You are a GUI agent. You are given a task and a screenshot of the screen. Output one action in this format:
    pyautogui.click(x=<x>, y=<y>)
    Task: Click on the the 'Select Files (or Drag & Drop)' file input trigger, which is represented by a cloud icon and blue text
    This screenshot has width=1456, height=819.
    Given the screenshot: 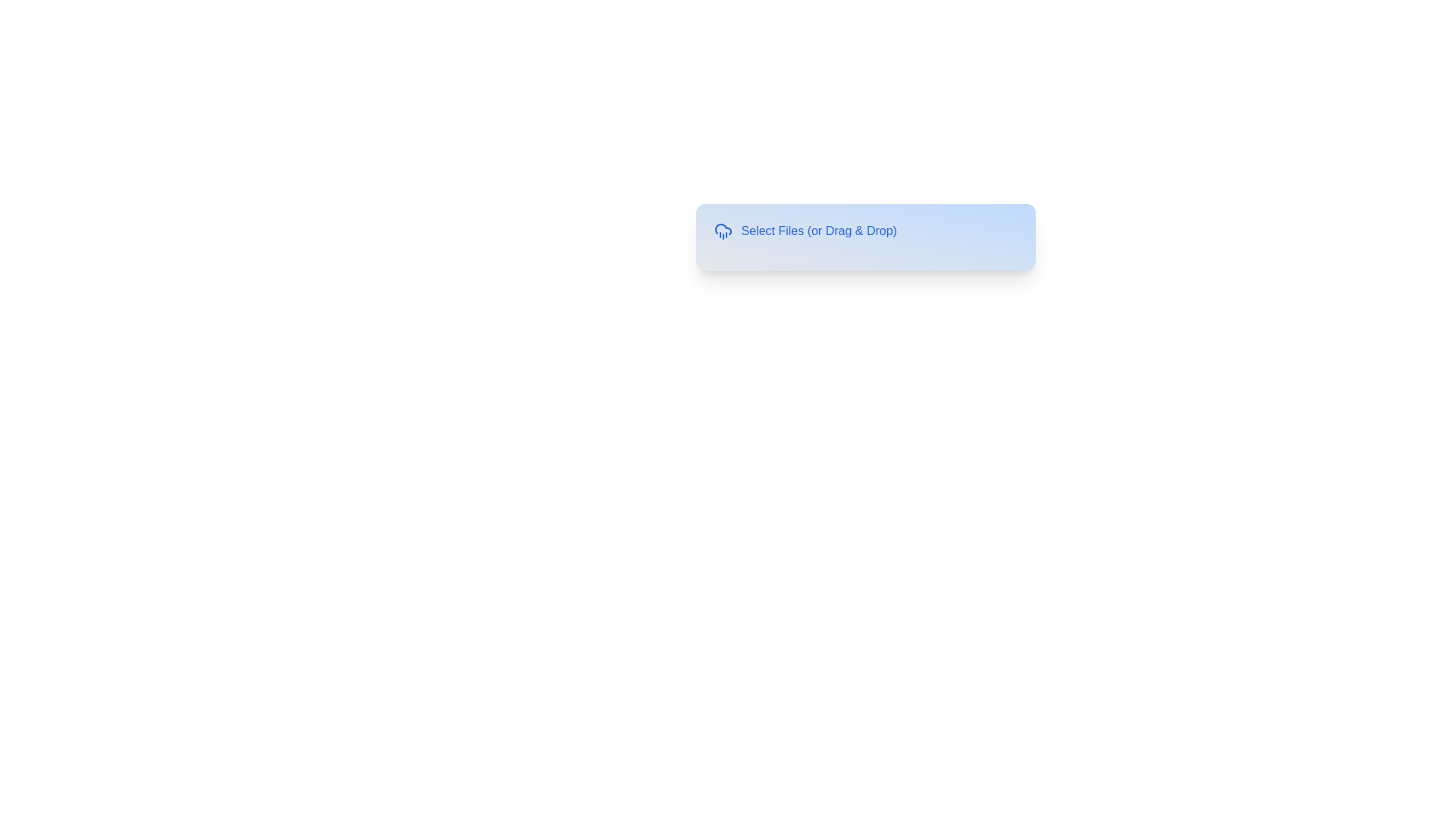 What is the action you would take?
    pyautogui.click(x=865, y=231)
    